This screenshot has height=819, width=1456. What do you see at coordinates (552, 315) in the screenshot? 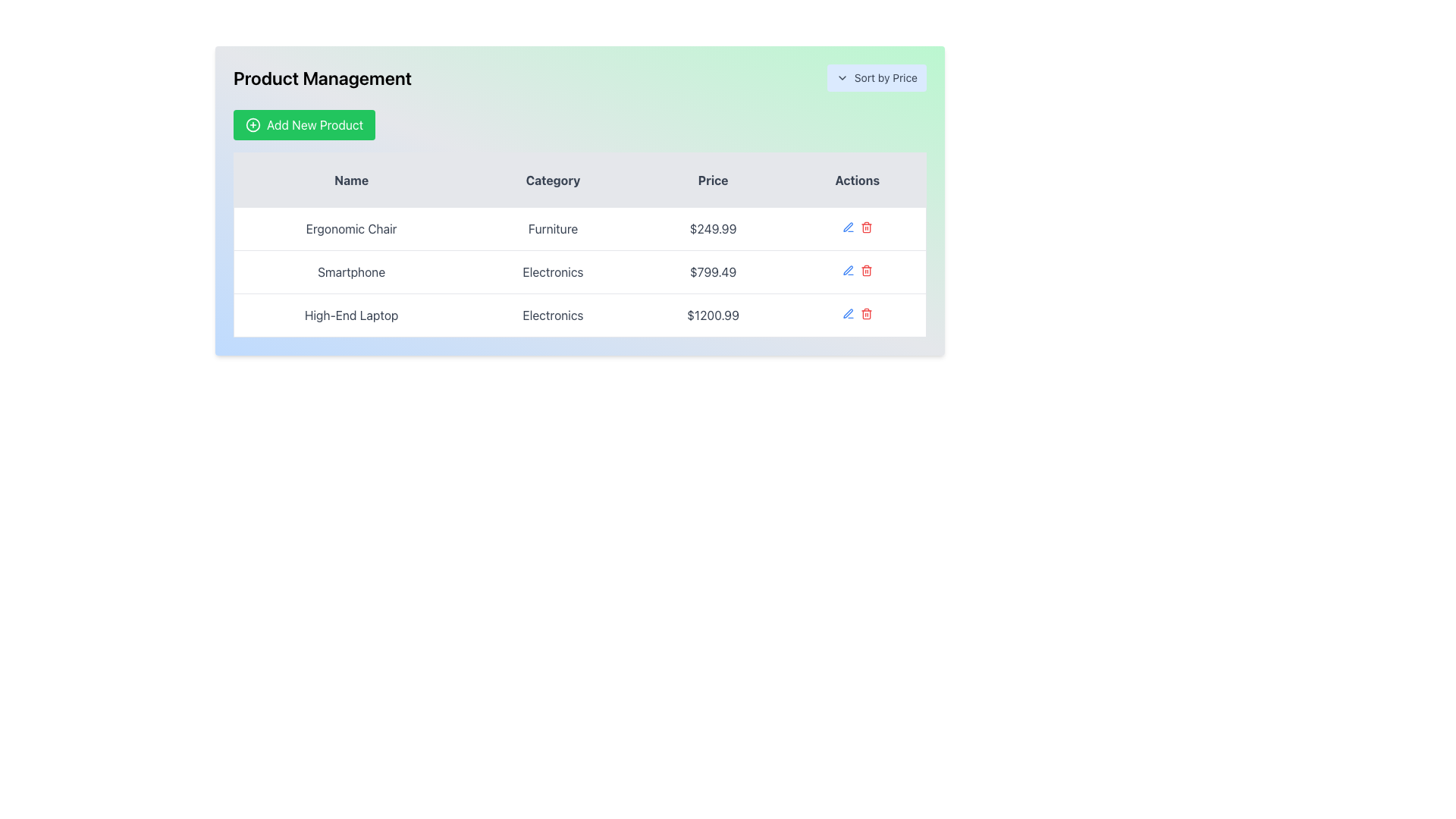
I see `the 'Electronics' text label in the third row of the table under the 'Category' column` at bounding box center [552, 315].